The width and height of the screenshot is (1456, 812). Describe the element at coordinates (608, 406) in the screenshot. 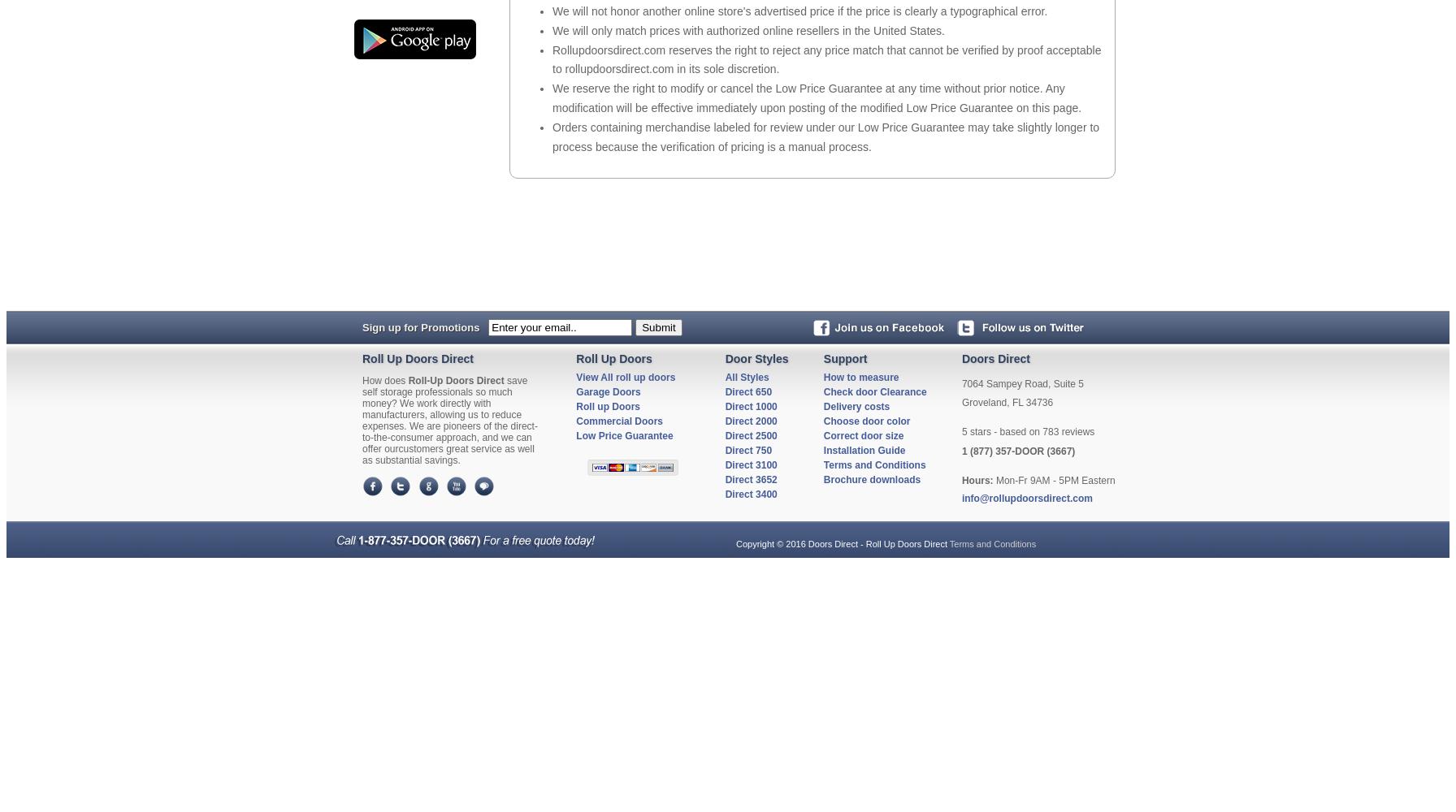

I see `'Roll up Doors'` at that location.